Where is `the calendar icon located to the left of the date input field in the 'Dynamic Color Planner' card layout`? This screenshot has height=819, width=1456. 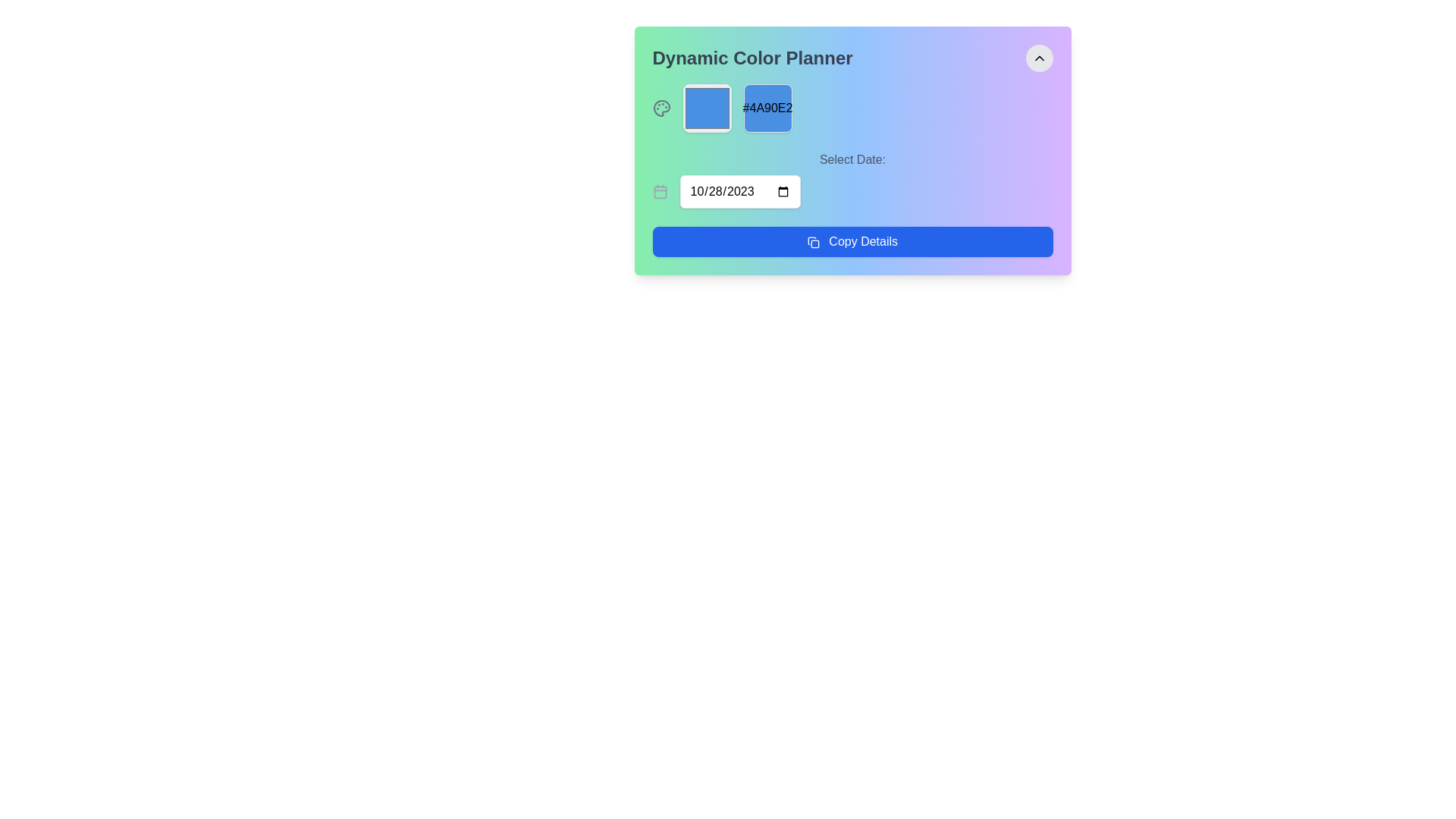
the calendar icon located to the left of the date input field in the 'Dynamic Color Planner' card layout is located at coordinates (660, 191).